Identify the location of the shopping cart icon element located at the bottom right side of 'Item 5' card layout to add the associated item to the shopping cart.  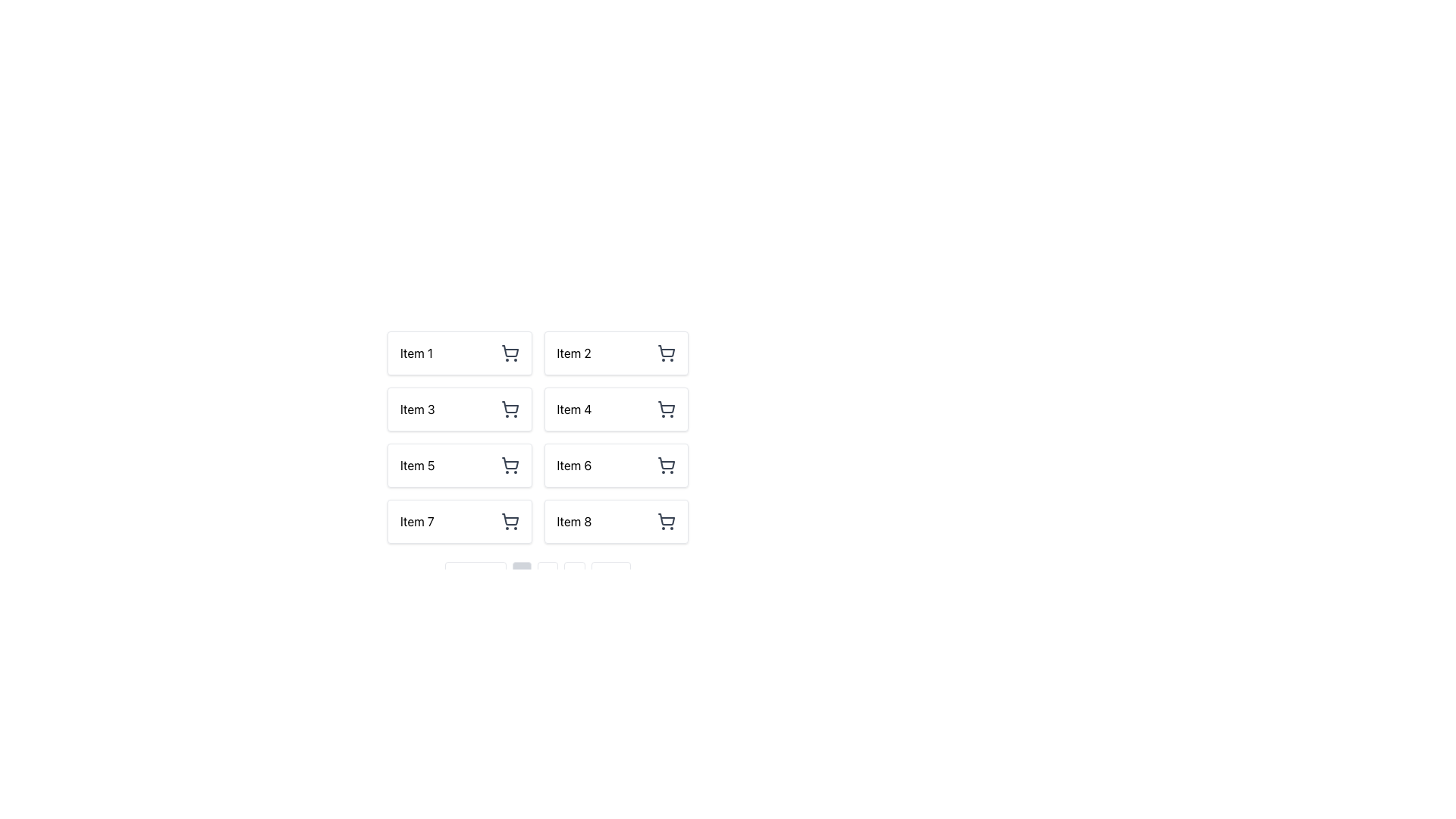
(510, 463).